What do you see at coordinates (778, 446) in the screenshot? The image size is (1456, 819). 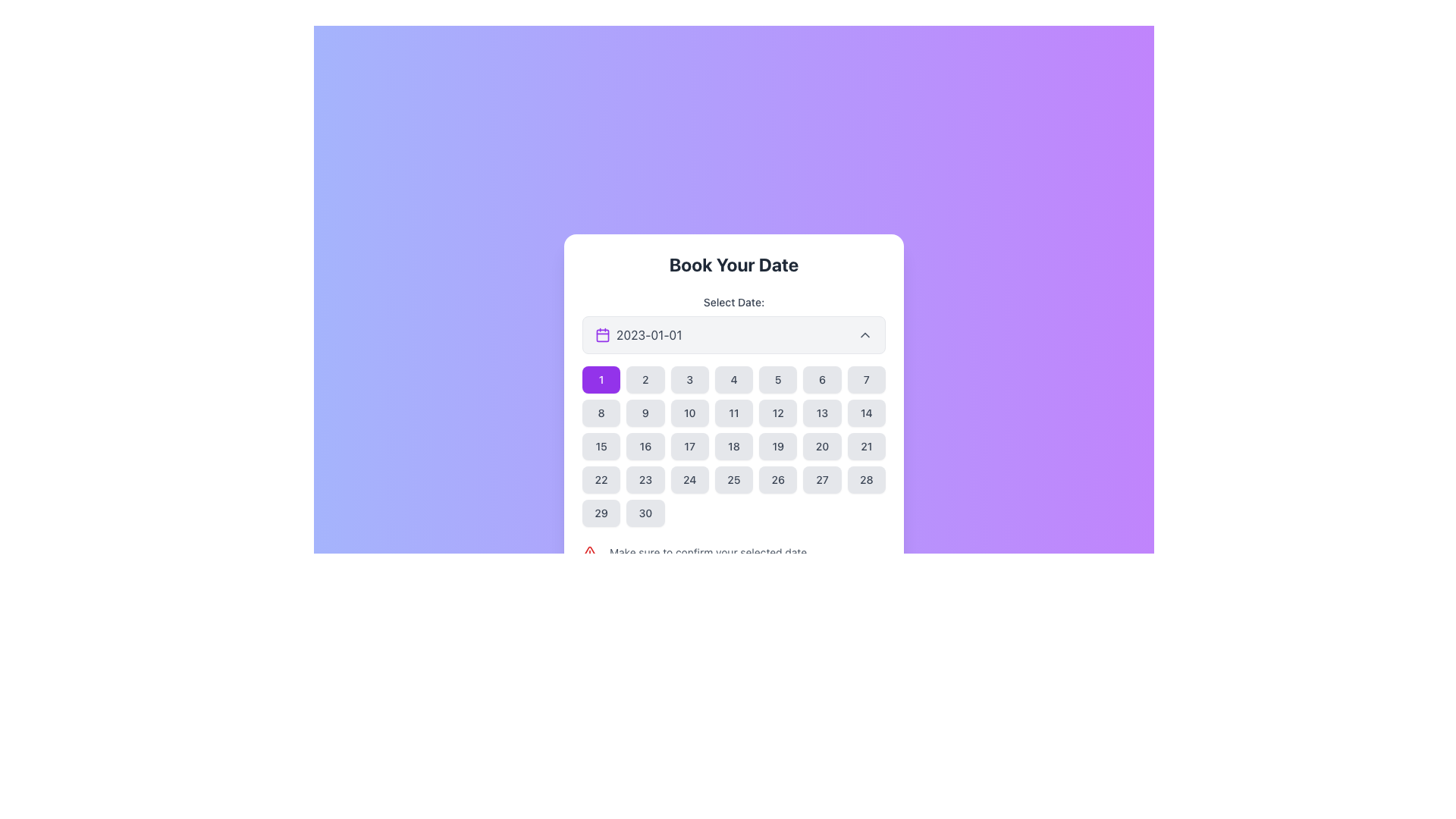 I see `the selectable date option button labeled '19' in the calendar interface` at bounding box center [778, 446].